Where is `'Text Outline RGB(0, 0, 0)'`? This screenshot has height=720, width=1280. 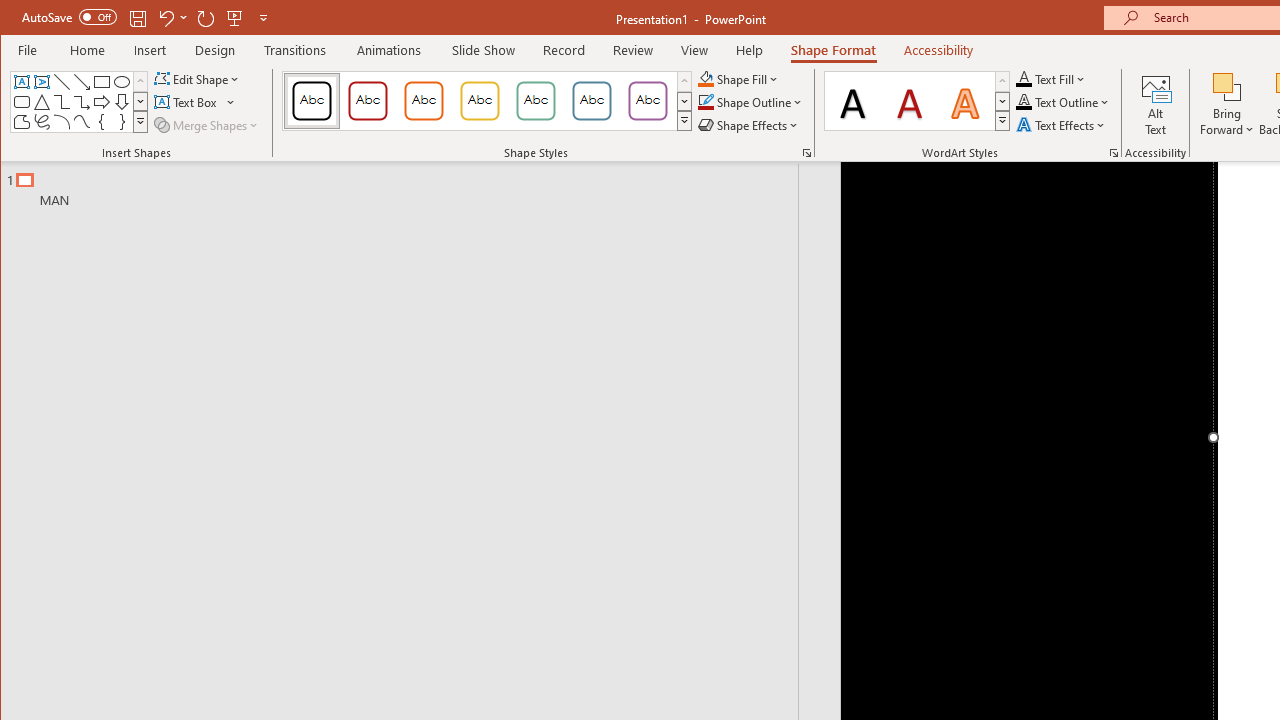 'Text Outline RGB(0, 0, 0)' is located at coordinates (1024, 102).